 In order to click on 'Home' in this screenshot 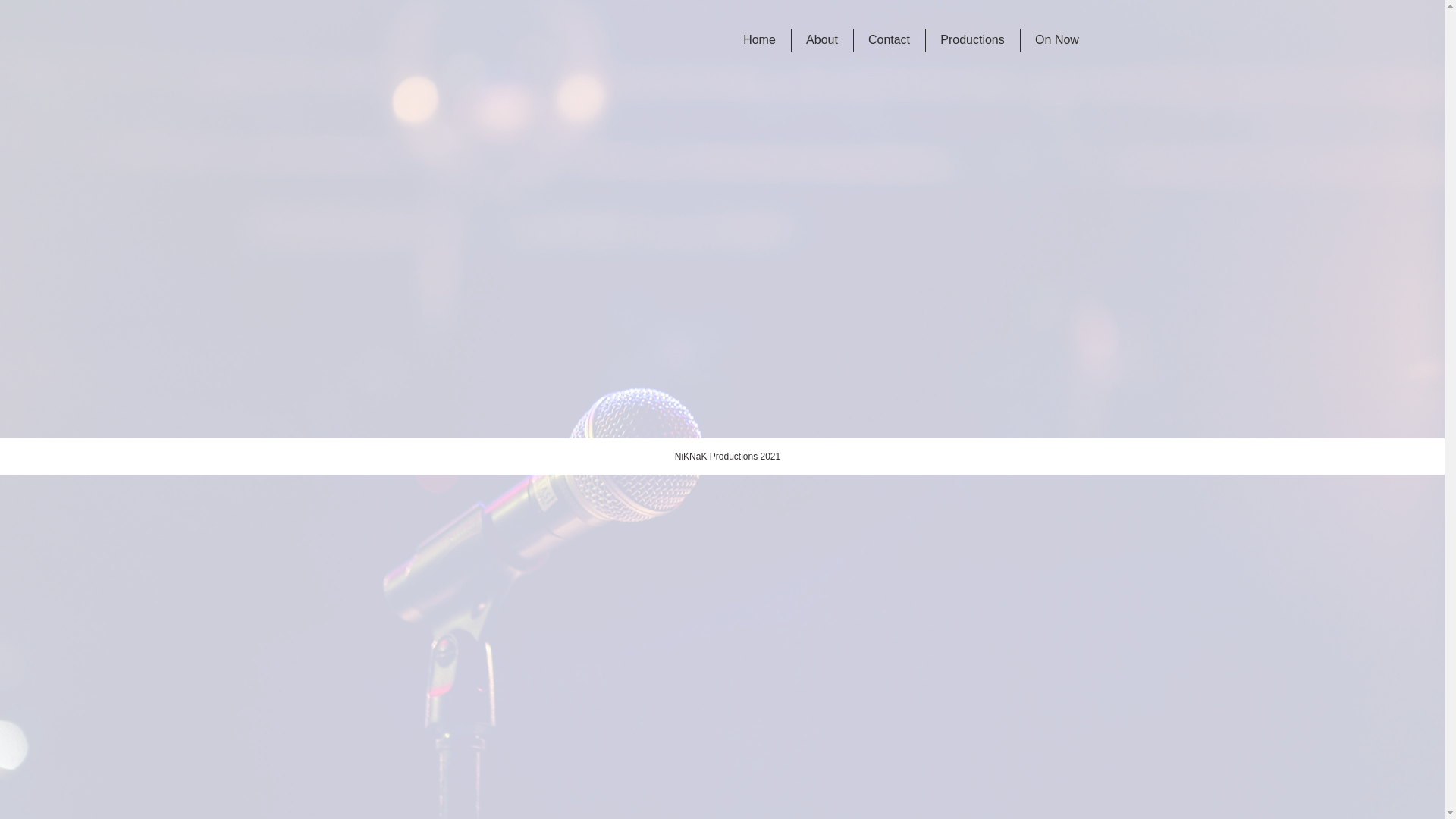, I will do `click(759, 39)`.